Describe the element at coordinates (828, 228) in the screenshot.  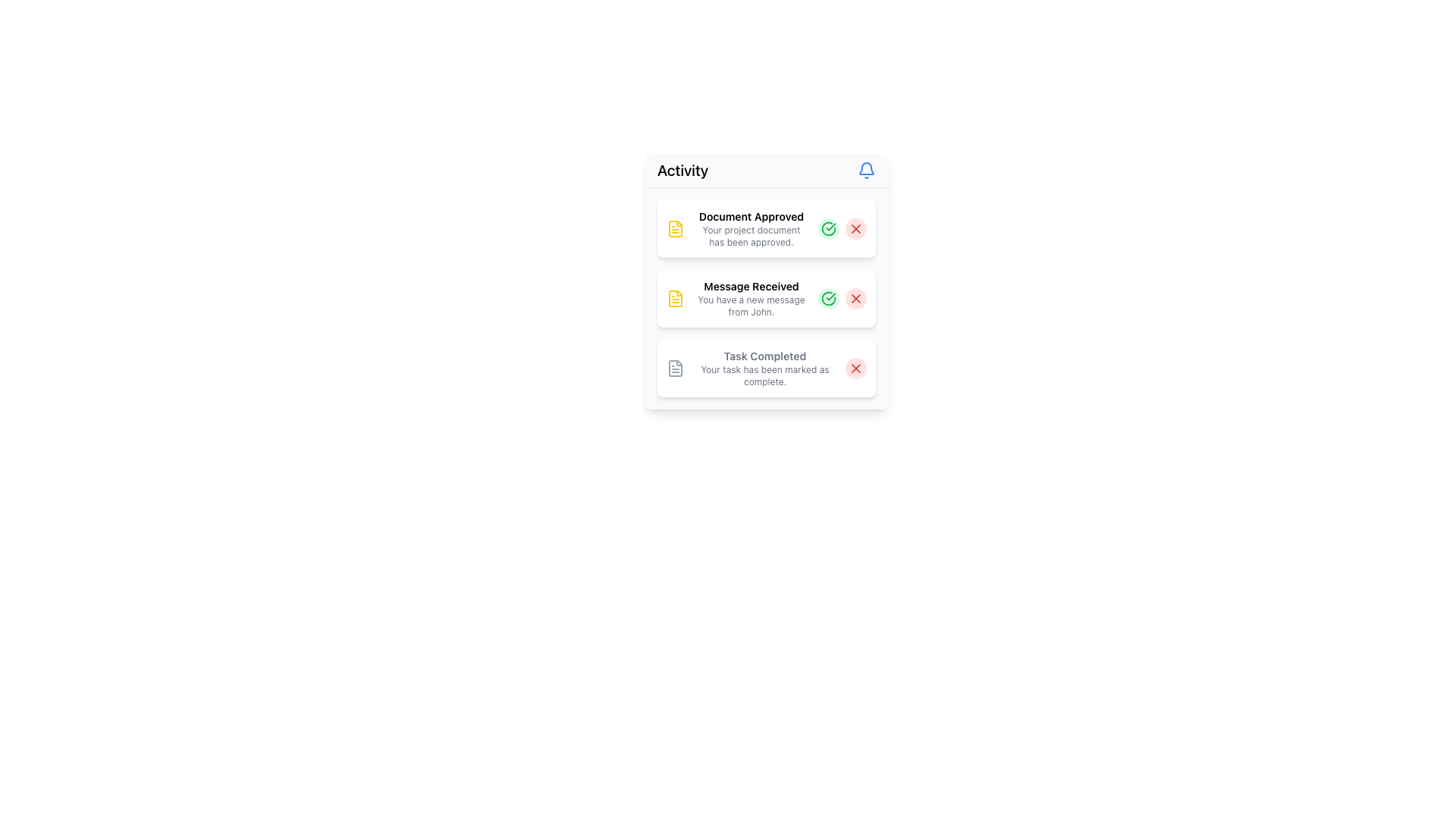
I see `the green Success Indicator Icon located at the top of the 'Activity' section, next to the 'Document Approved' message` at that location.